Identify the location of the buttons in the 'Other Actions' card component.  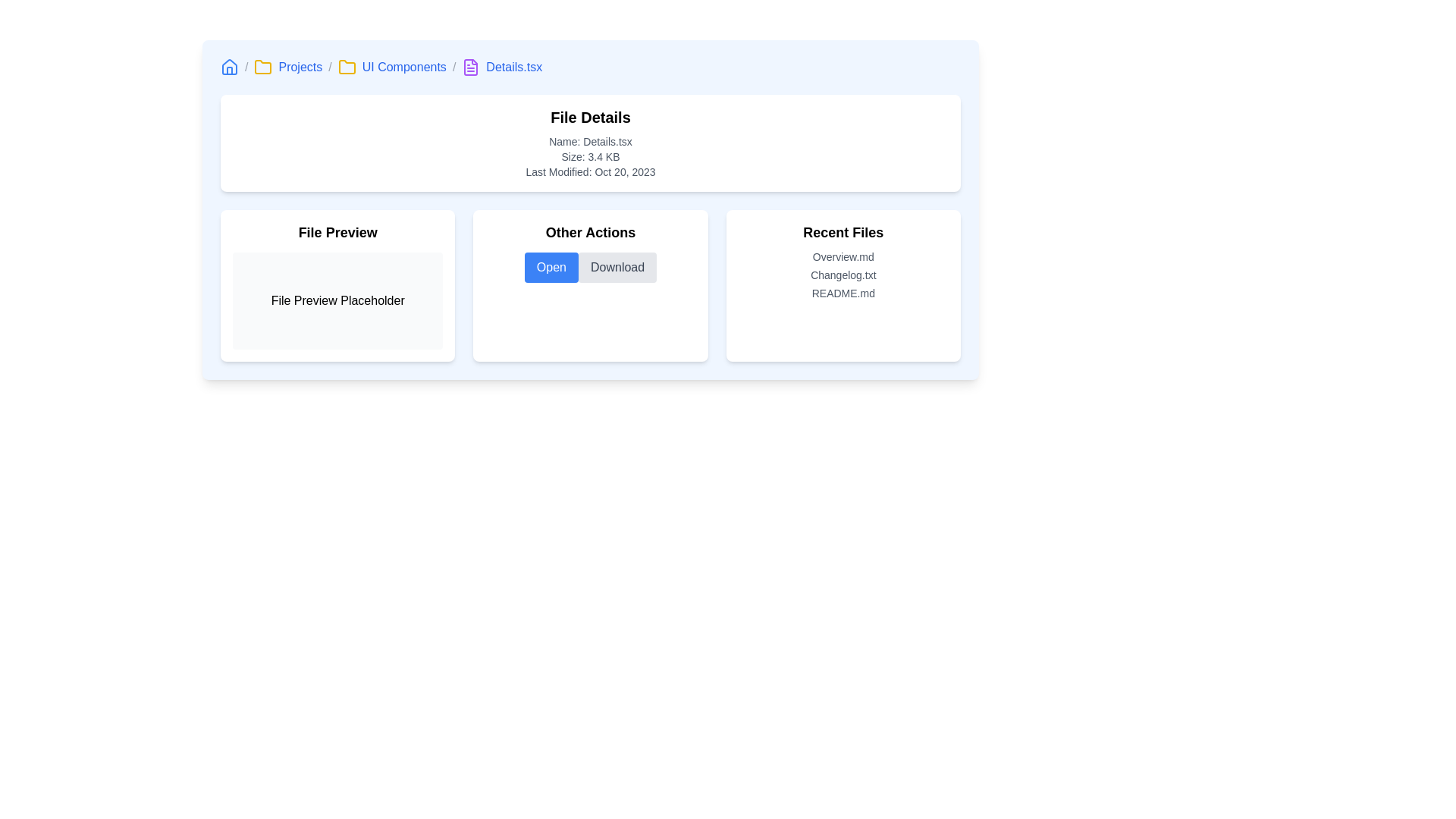
(589, 286).